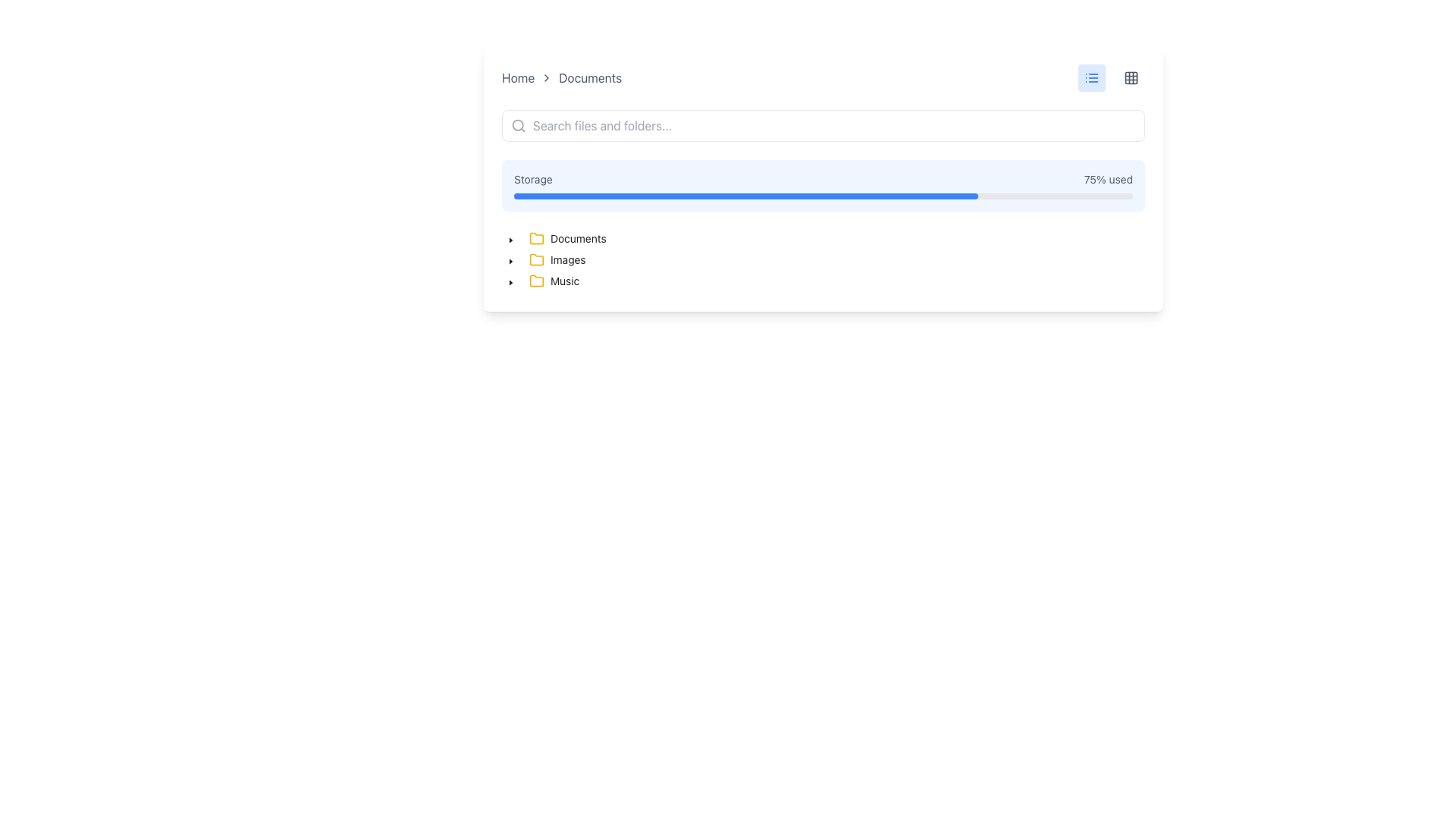  I want to click on the yellow folder icon representing the 'Images' folder in the file browser interface, so click(537, 259).